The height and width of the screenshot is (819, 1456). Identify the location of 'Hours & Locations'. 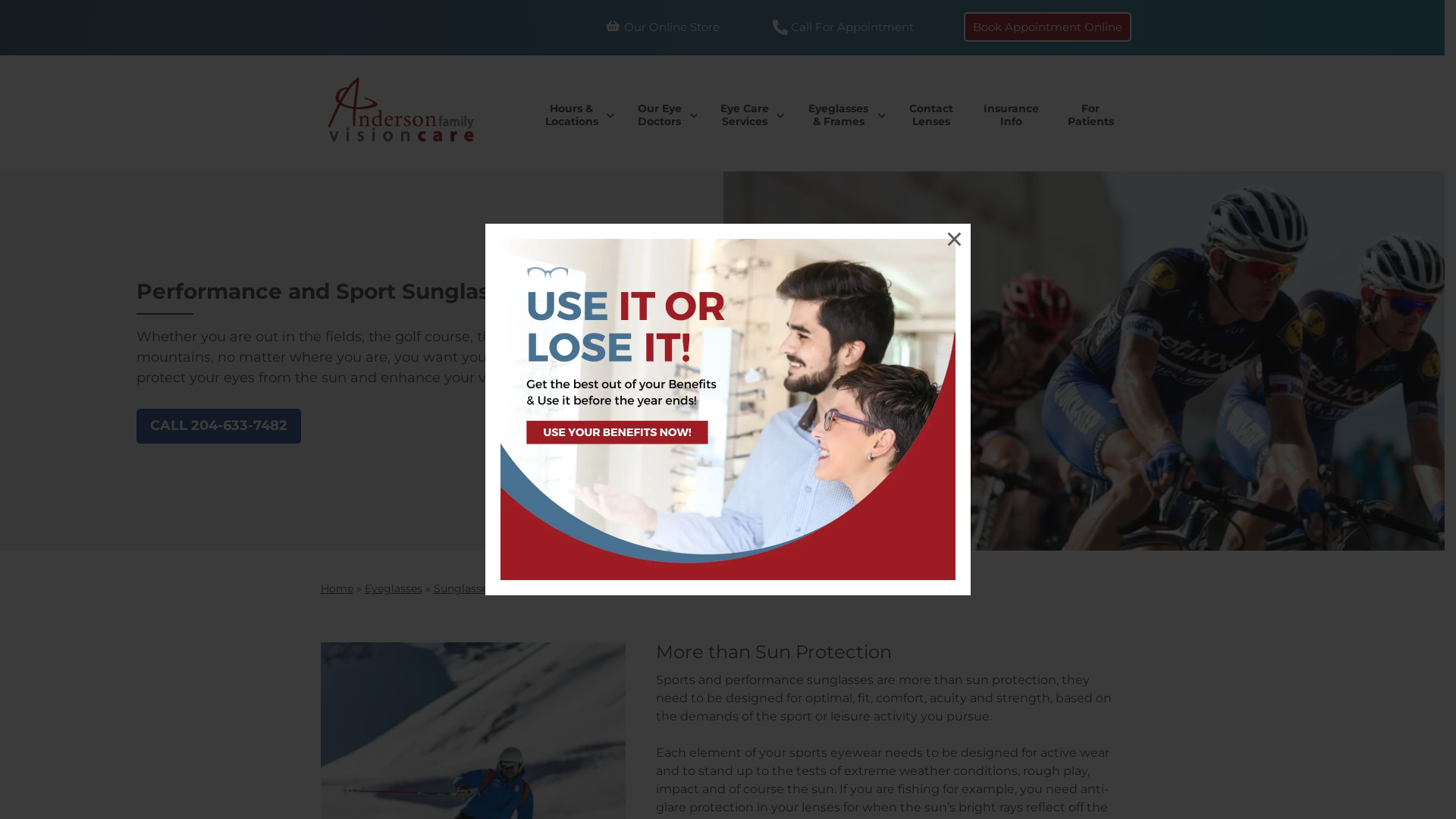
(528, 114).